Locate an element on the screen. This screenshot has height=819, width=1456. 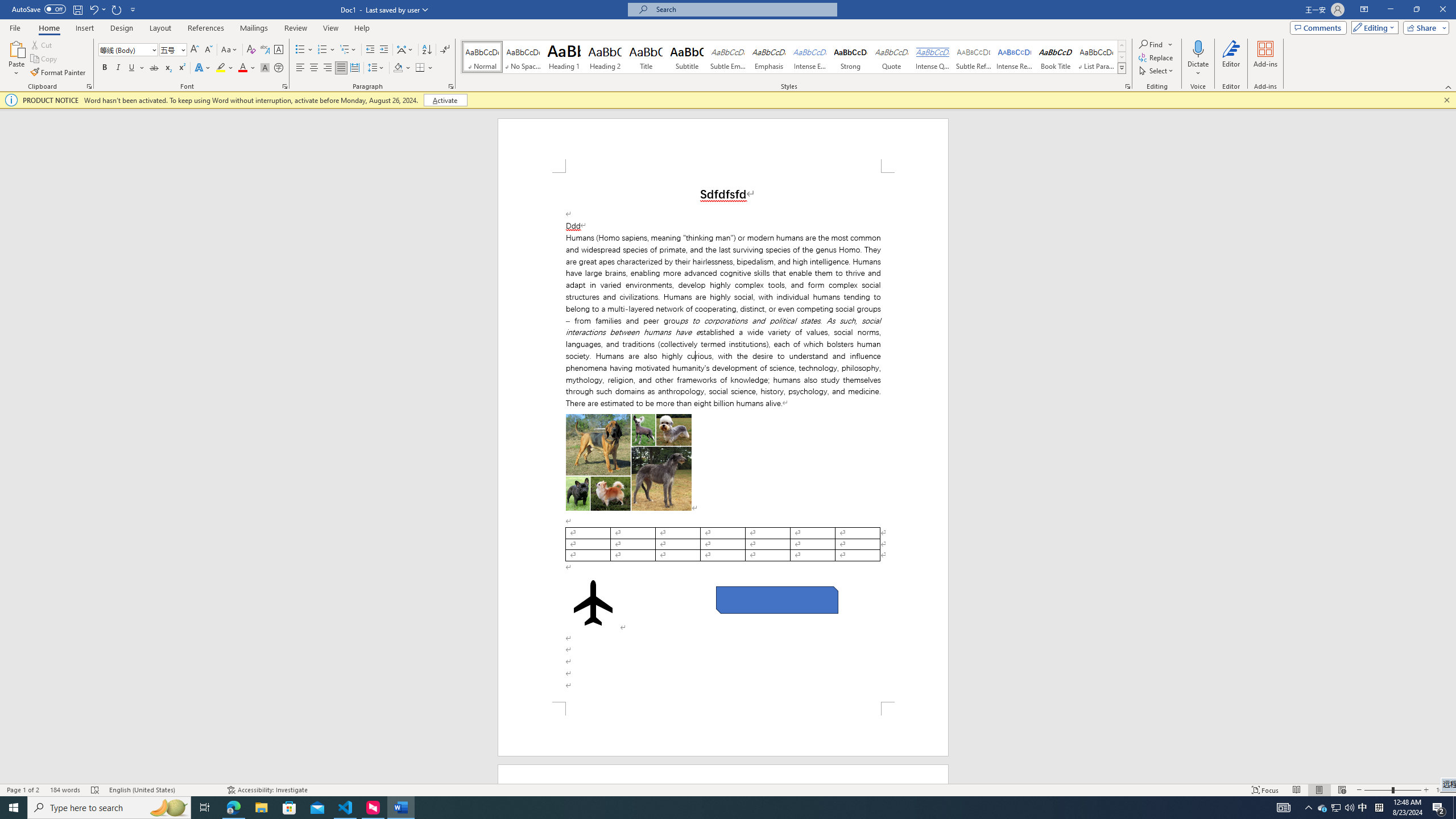
'Undo Italic' is located at coordinates (93, 9).